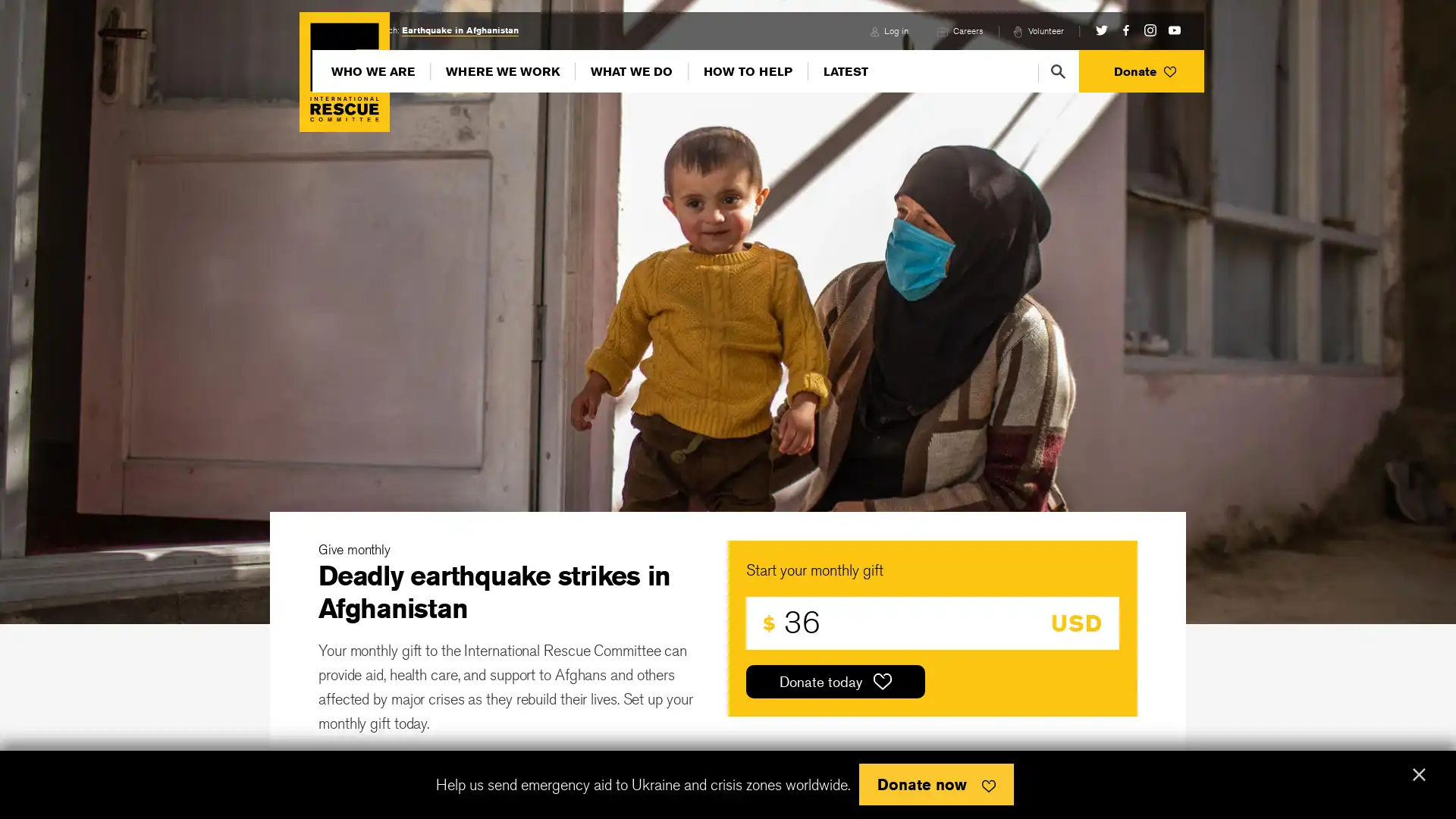 The width and height of the screenshot is (1456, 819). I want to click on Donate today, so click(835, 680).